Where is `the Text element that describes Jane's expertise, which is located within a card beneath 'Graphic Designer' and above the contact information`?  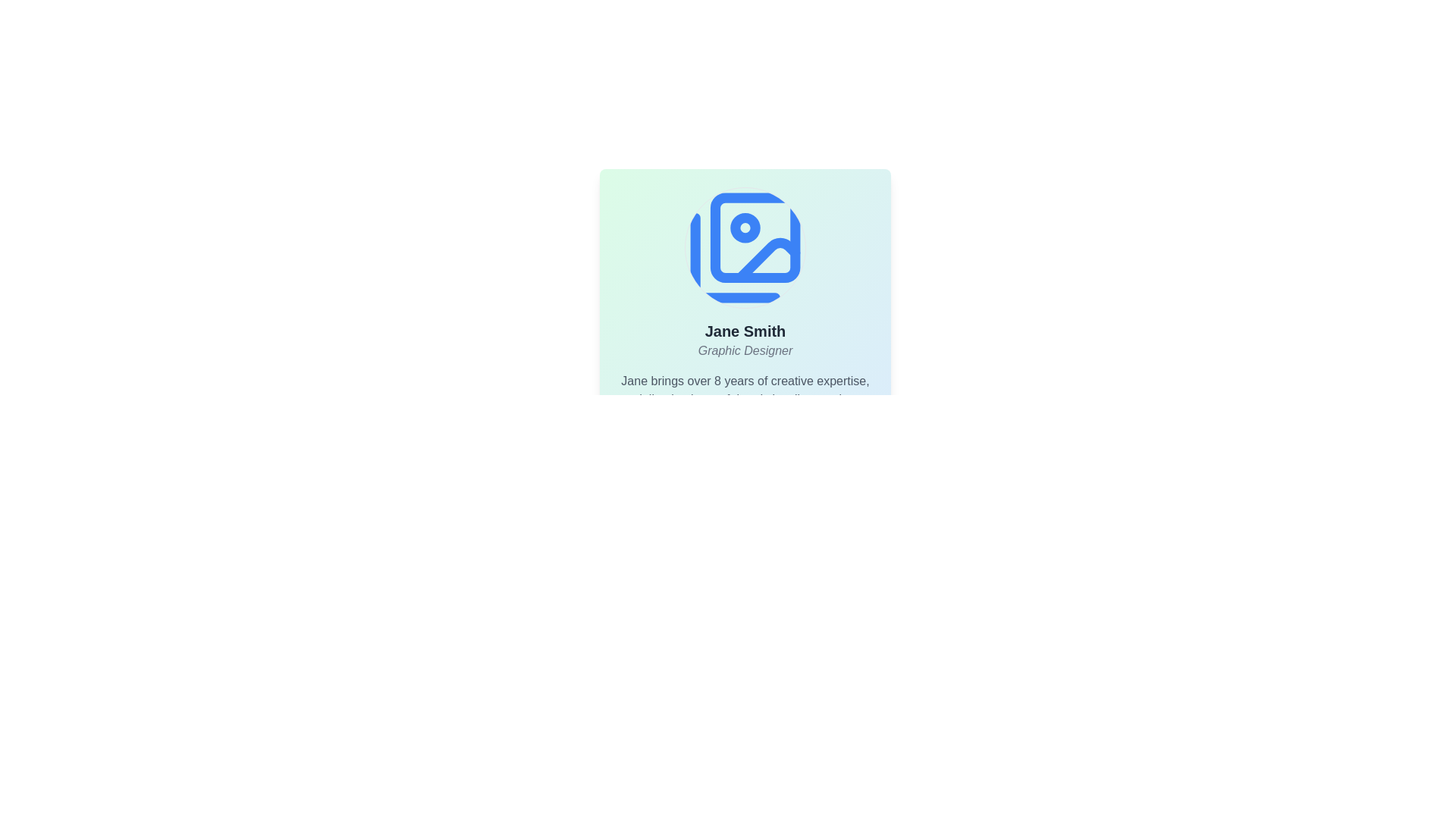
the Text element that describes Jane's expertise, which is located within a card beneath 'Graphic Designer' and above the contact information is located at coordinates (745, 399).